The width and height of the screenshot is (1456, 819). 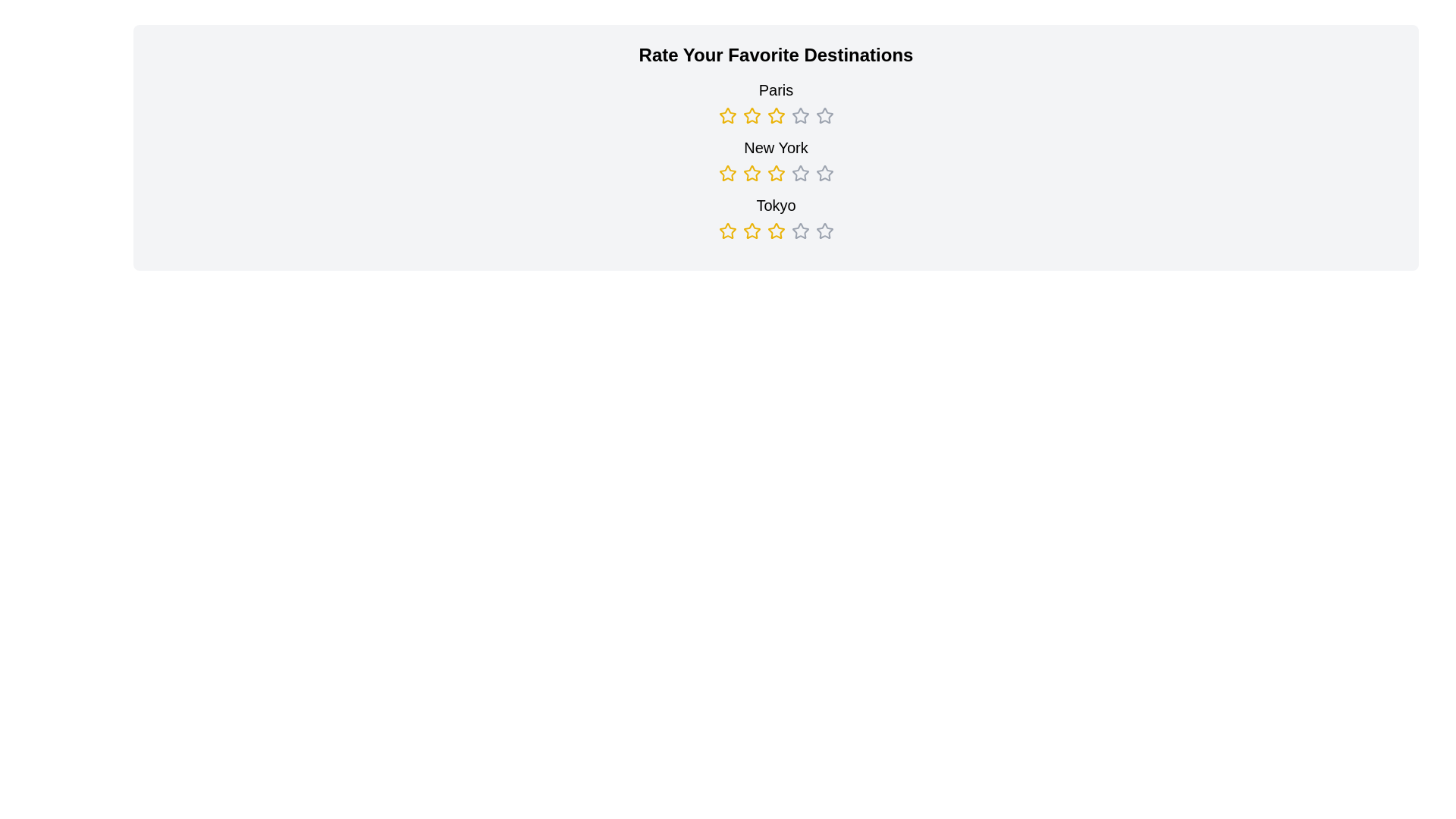 What do you see at coordinates (776, 172) in the screenshot?
I see `the second star icon in the rating system for 'New York'` at bounding box center [776, 172].